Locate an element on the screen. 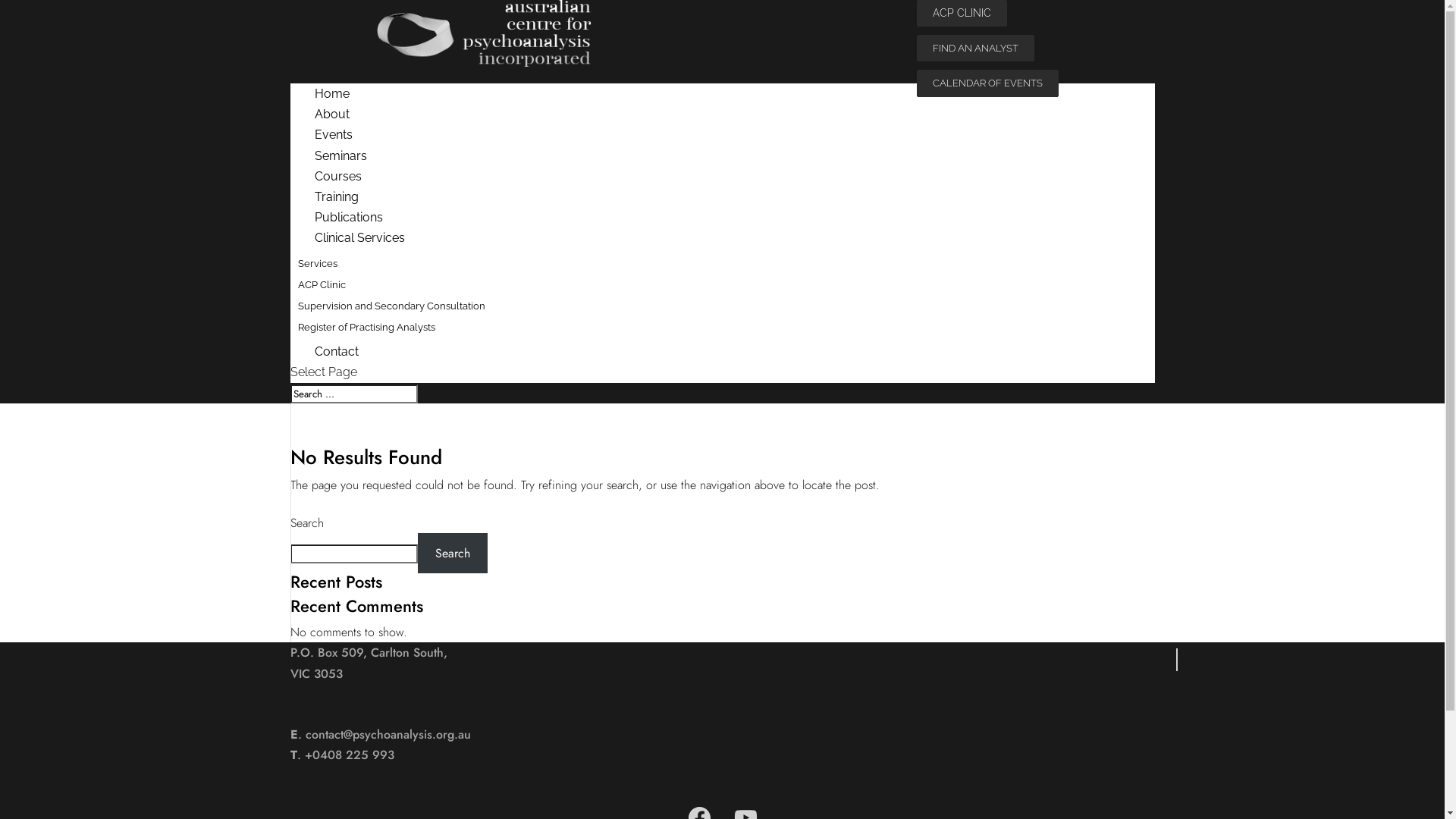 This screenshot has height=819, width=1456. 'Home' is located at coordinates (331, 93).